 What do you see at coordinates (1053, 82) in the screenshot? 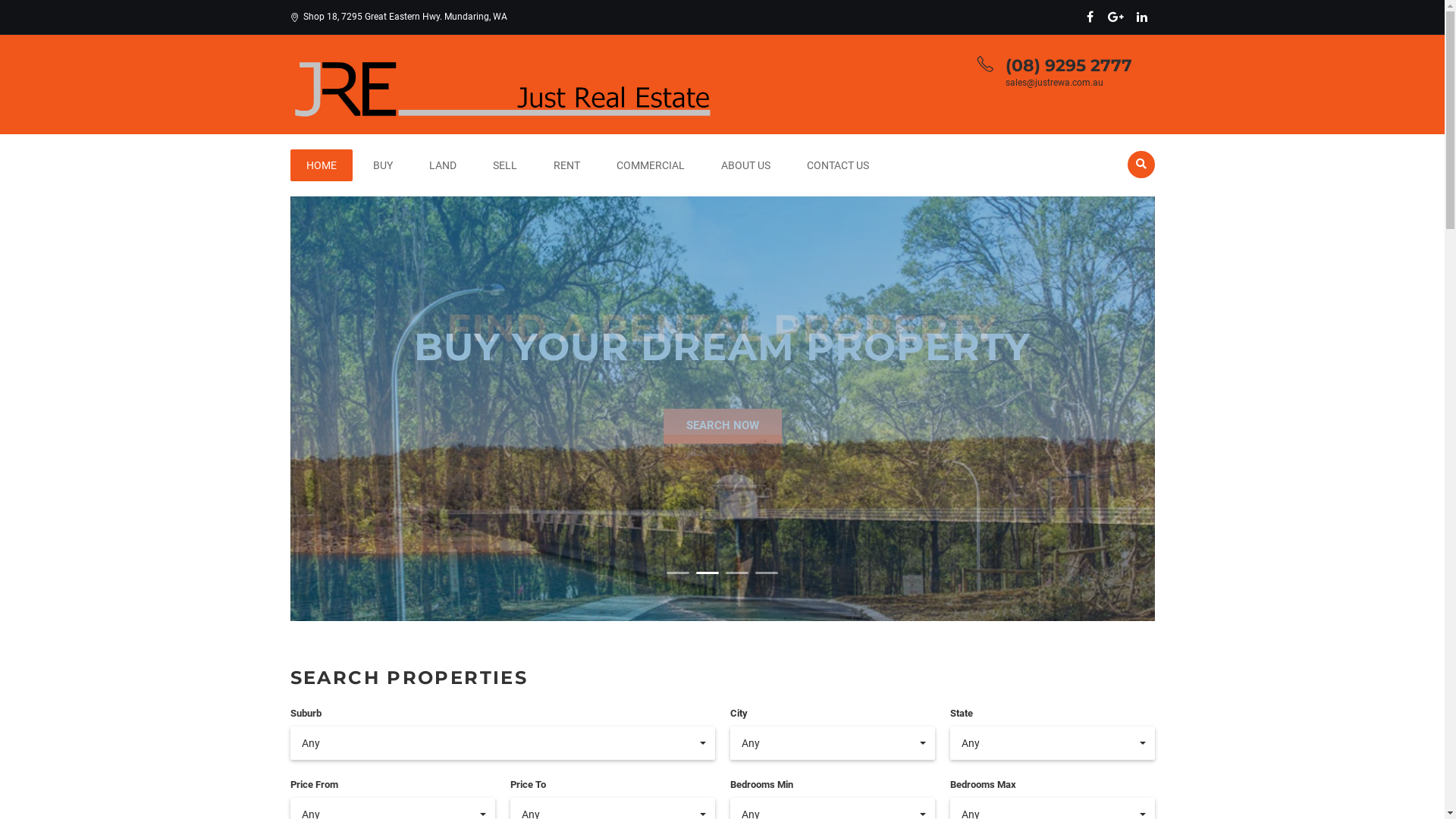
I see `'sales@justrewa.com.au'` at bounding box center [1053, 82].